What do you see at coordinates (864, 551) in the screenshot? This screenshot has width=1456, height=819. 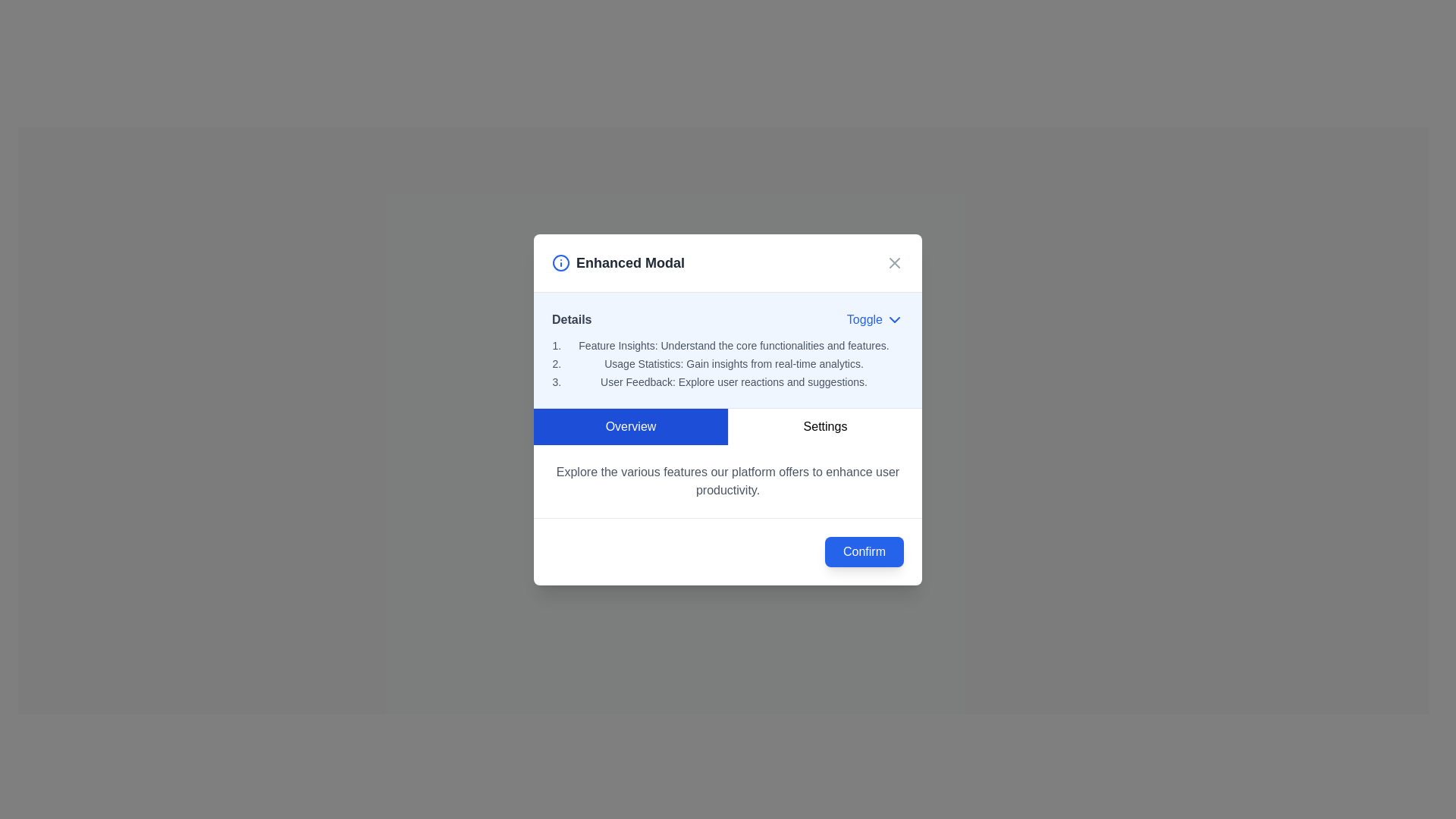 I see `the 'Confirm' button located in the bottom-right corner of the modal dialog to confirm the action` at bounding box center [864, 551].